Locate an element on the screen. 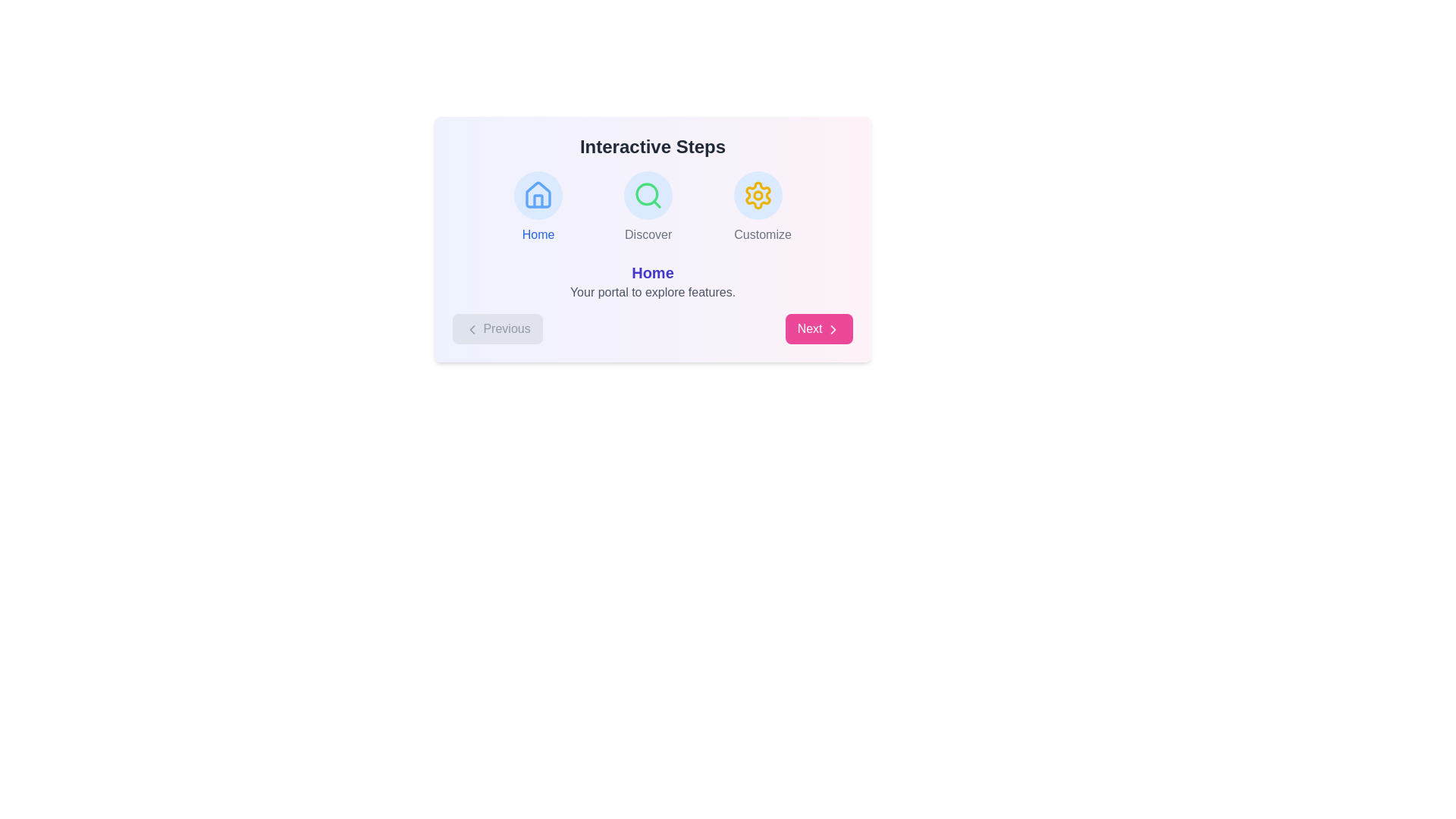 This screenshot has height=819, width=1456. on the 'Customize' button, which is the third element in the horizontal navigation bar is located at coordinates (763, 207).